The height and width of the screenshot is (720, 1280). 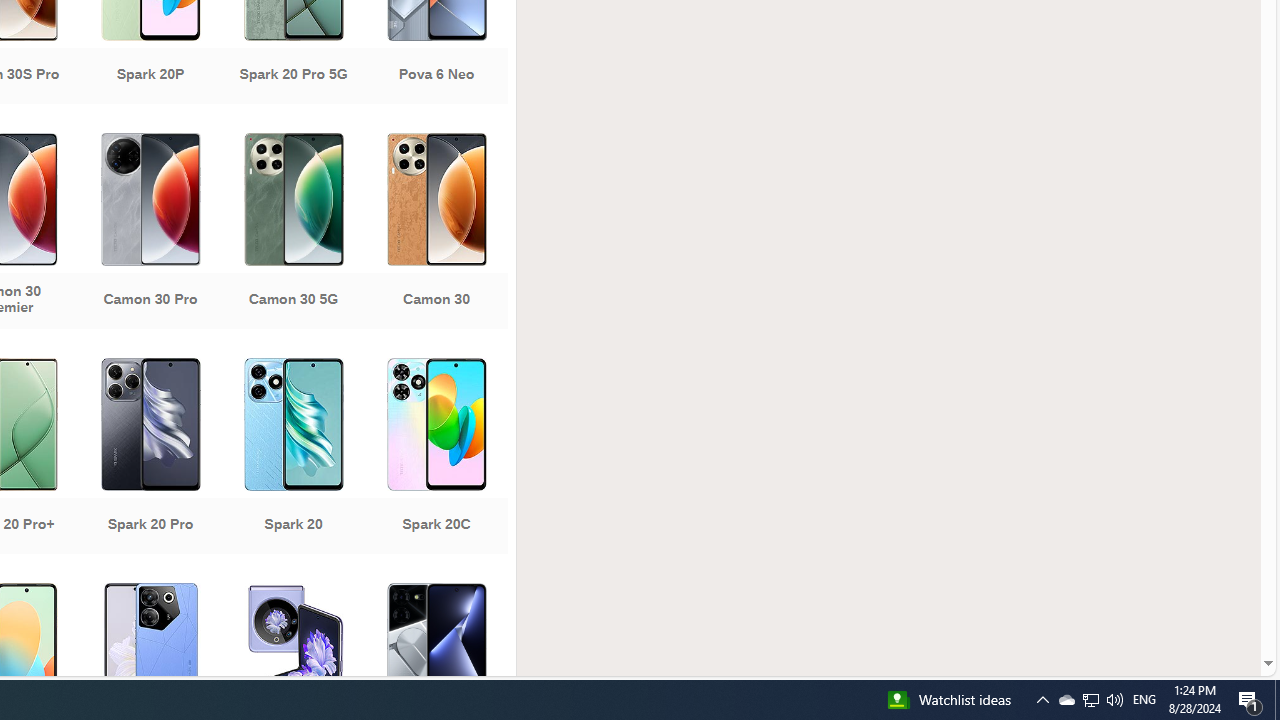 I want to click on 'Spark 20 Pro', so click(x=149, y=458).